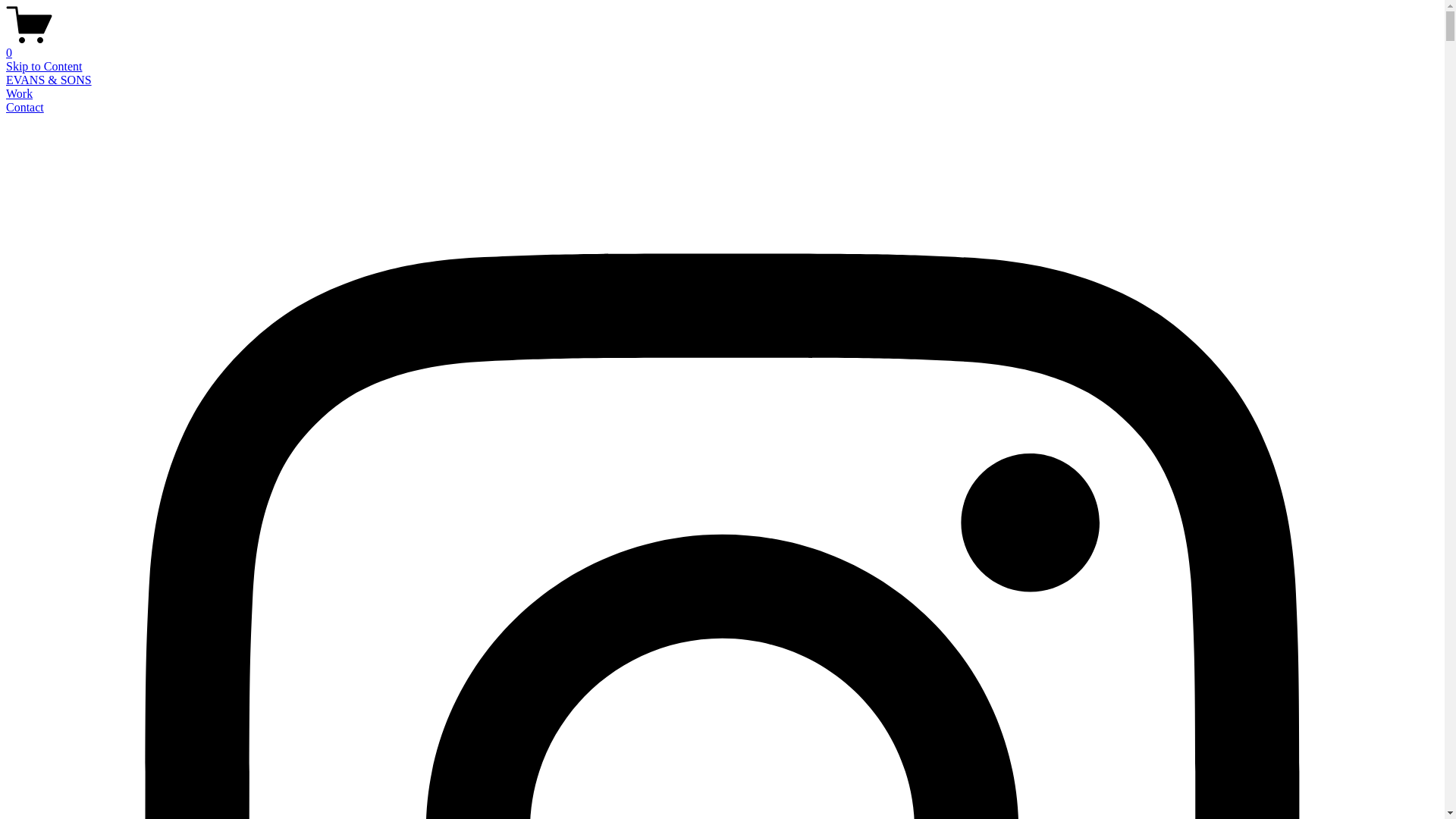  I want to click on 'Skip to Content', so click(43, 65).